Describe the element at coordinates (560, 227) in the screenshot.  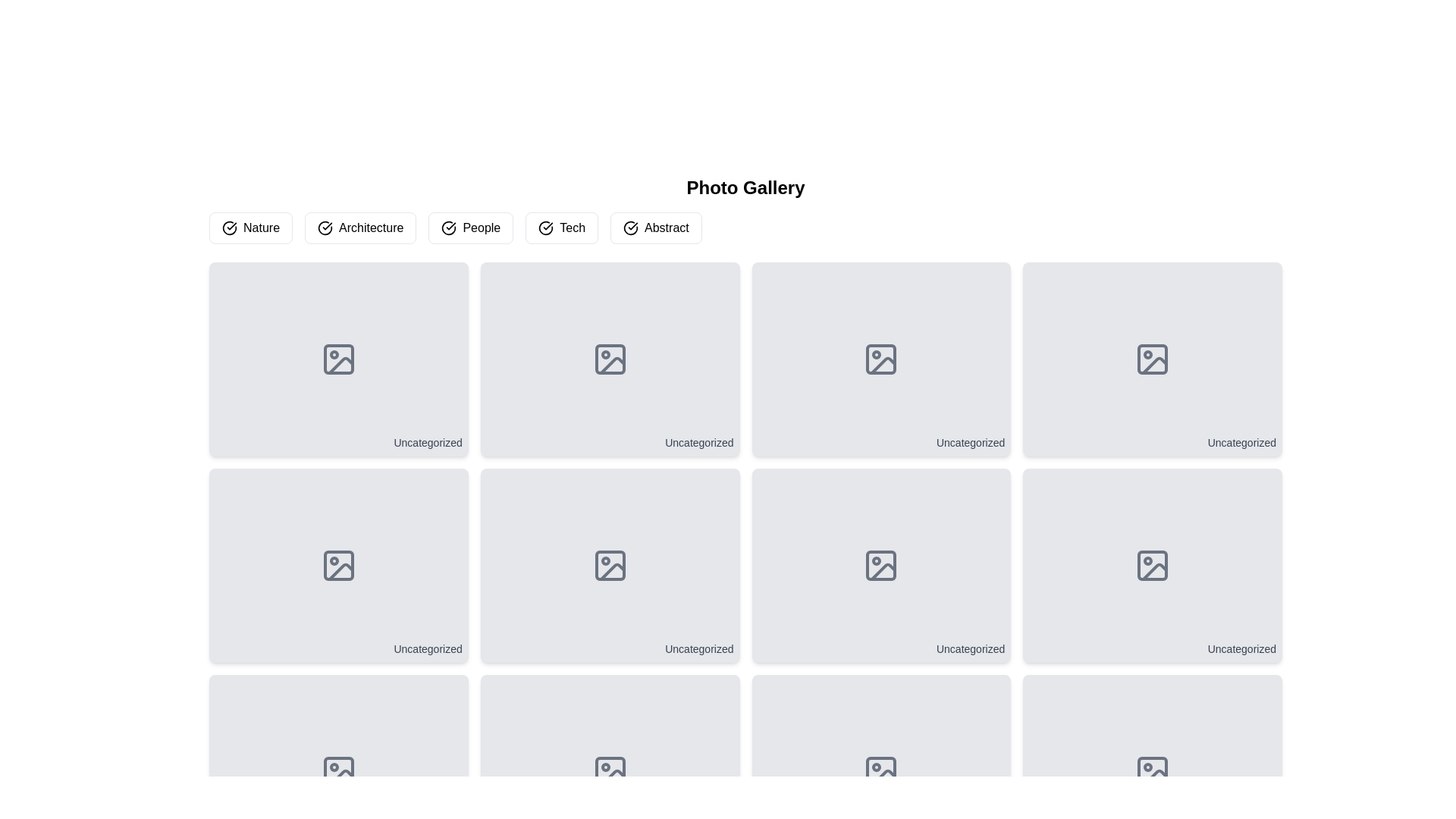
I see `the 'Tech' filter button located in the fourth position from the left under the 'Photo Gallery' heading to apply the filter` at that location.